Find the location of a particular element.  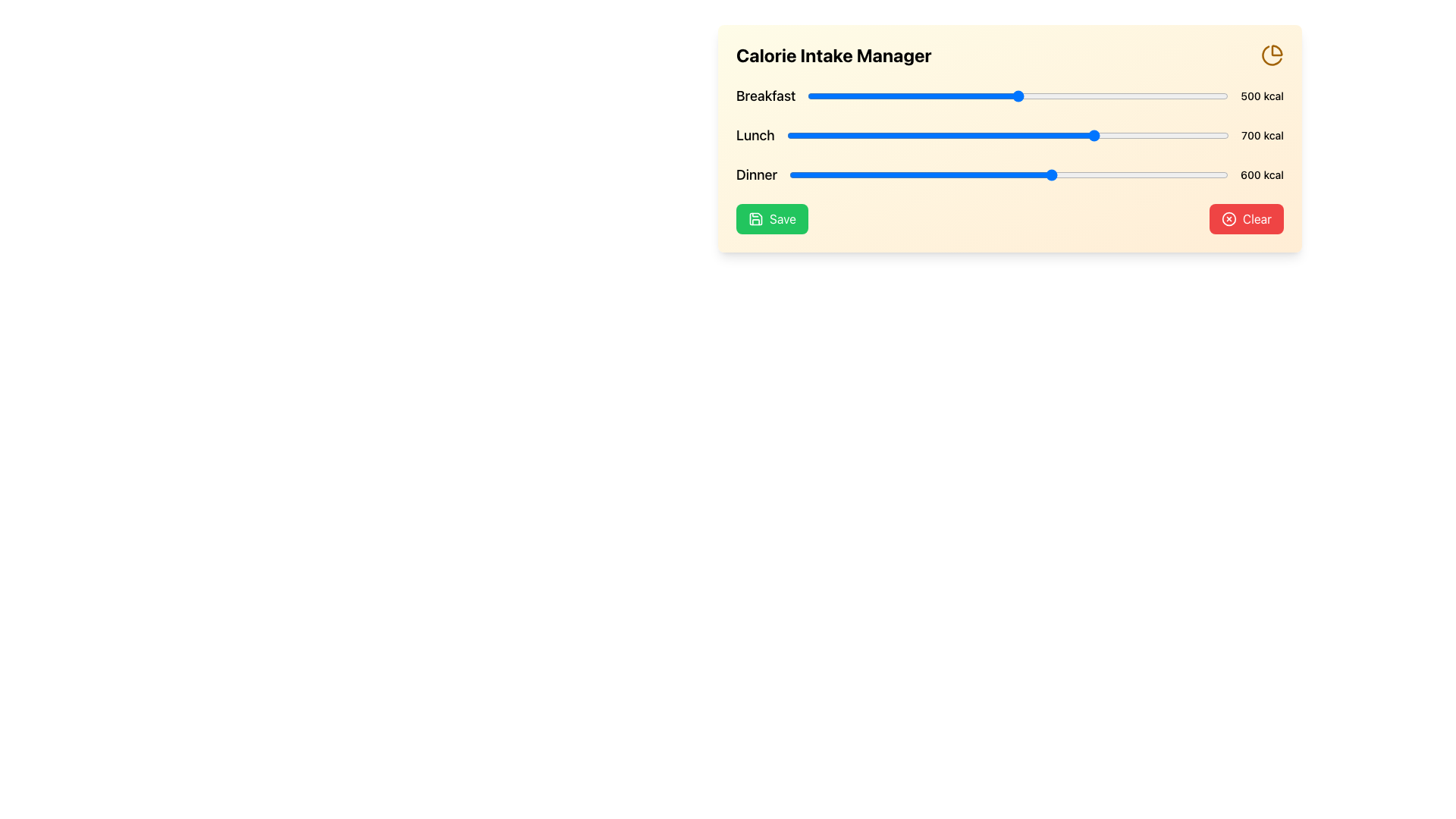

the breakfast calorie intake is located at coordinates (1113, 96).